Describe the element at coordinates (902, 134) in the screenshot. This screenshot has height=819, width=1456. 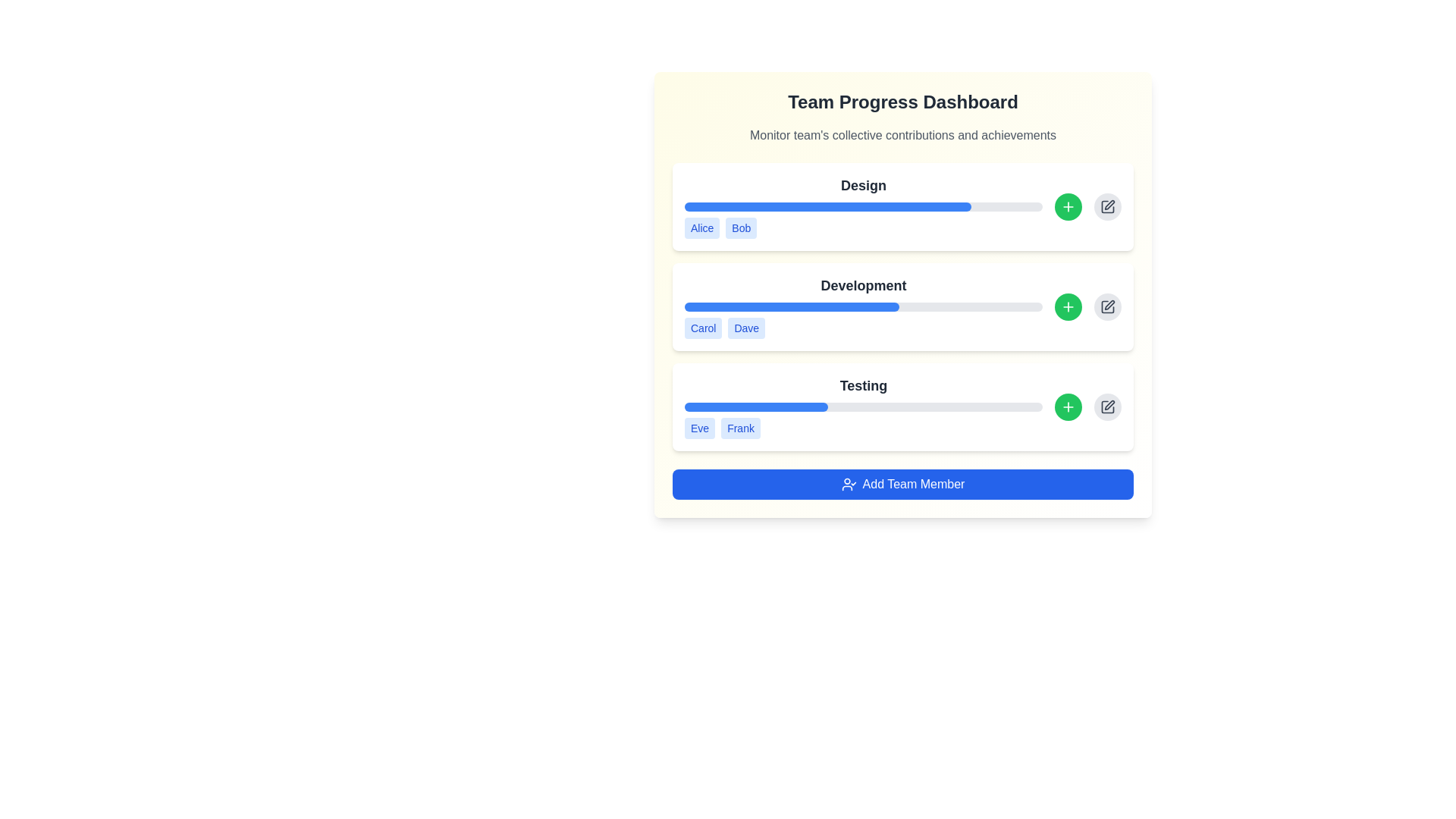
I see `the text element that describes 'Monitor team's collective contributions and achievements', which is styled in subtle gray color and located below the 'Team Progress Dashboard' title` at that location.